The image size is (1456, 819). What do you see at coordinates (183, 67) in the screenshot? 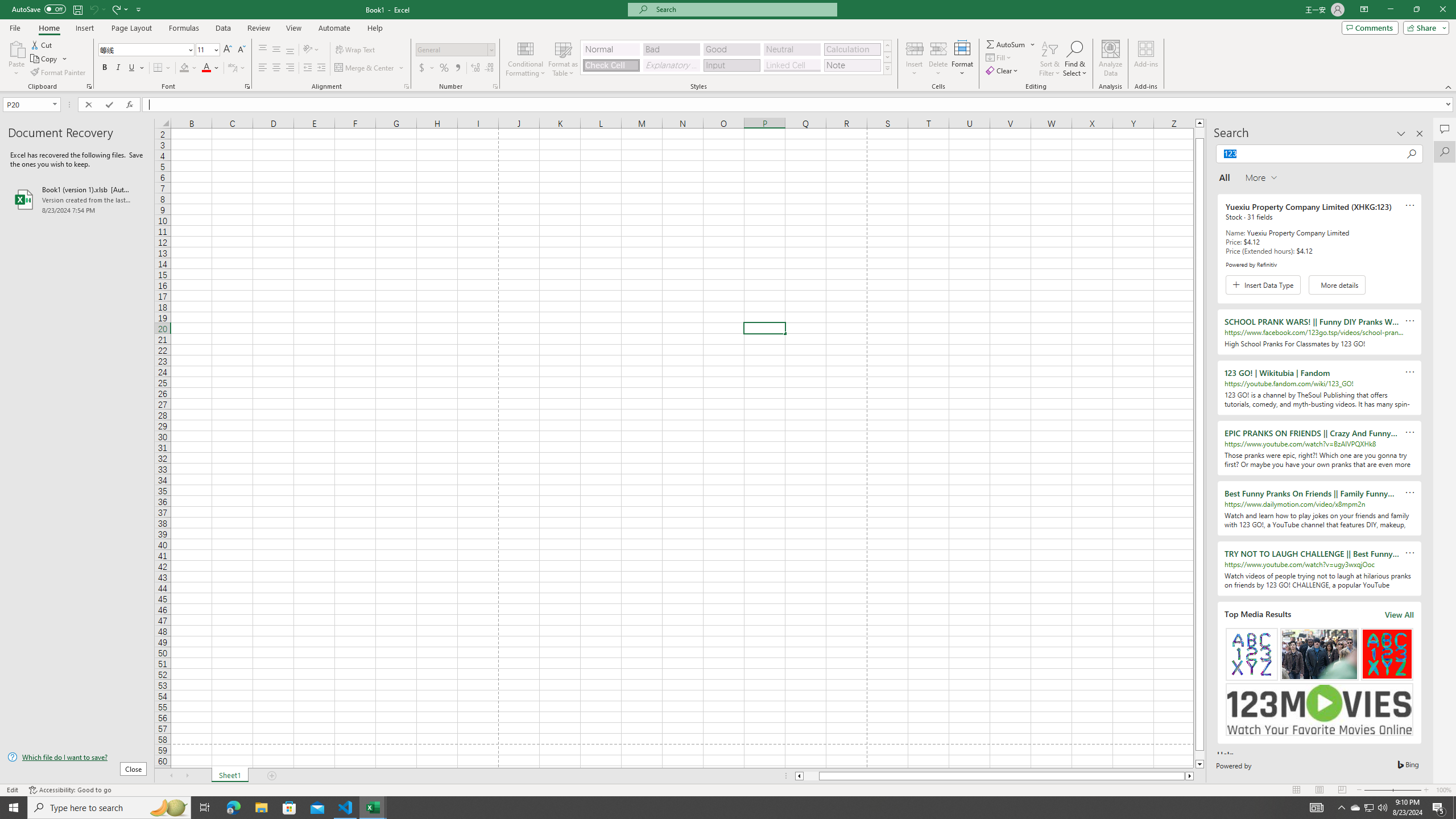
I see `'Fill Color RGB(255, 255, 0)'` at bounding box center [183, 67].